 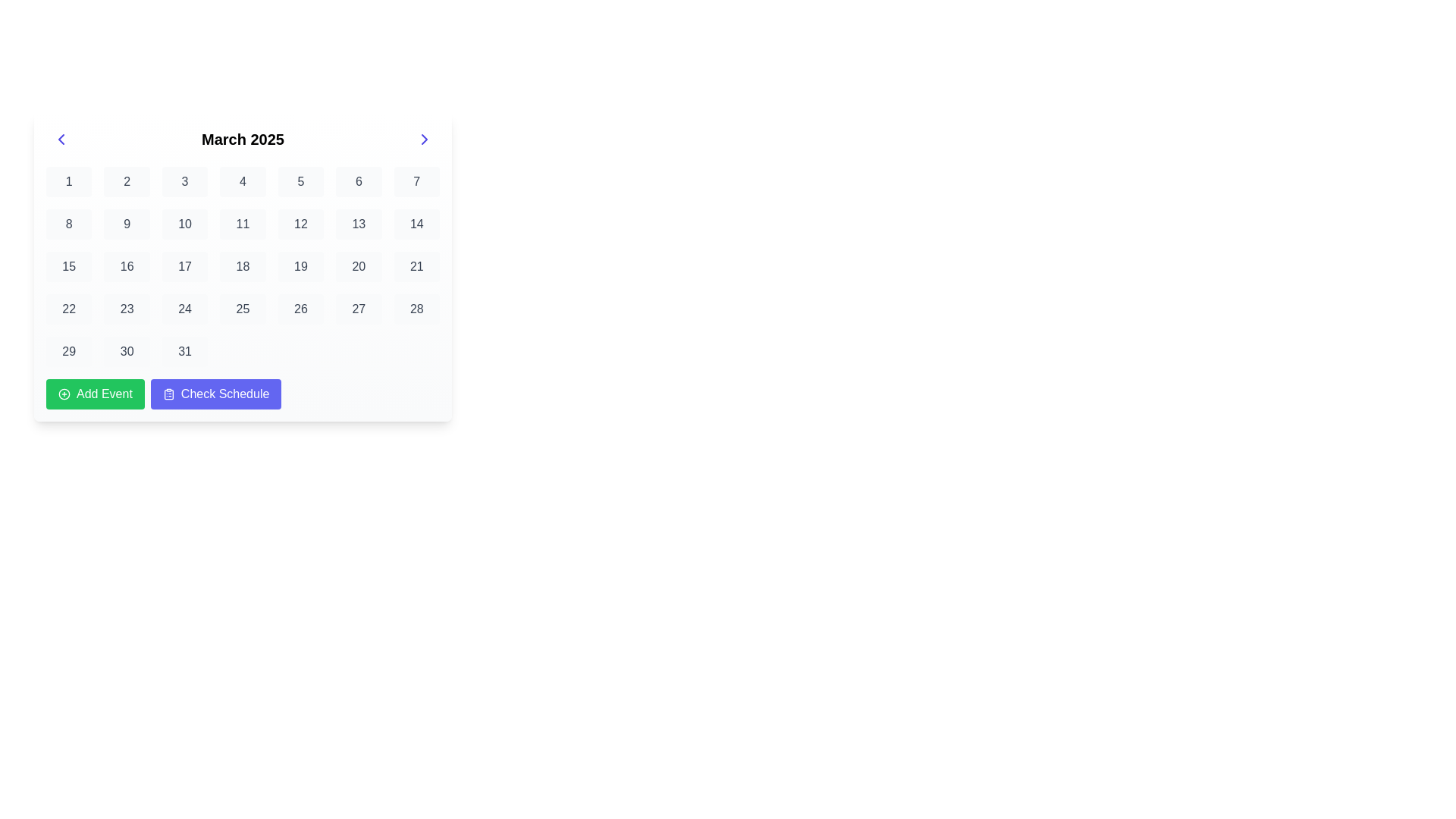 I want to click on the calendar title label that displays the current month and year ('March 2025'), which is centrally positioned at the top of the calendar interface, so click(x=243, y=140).